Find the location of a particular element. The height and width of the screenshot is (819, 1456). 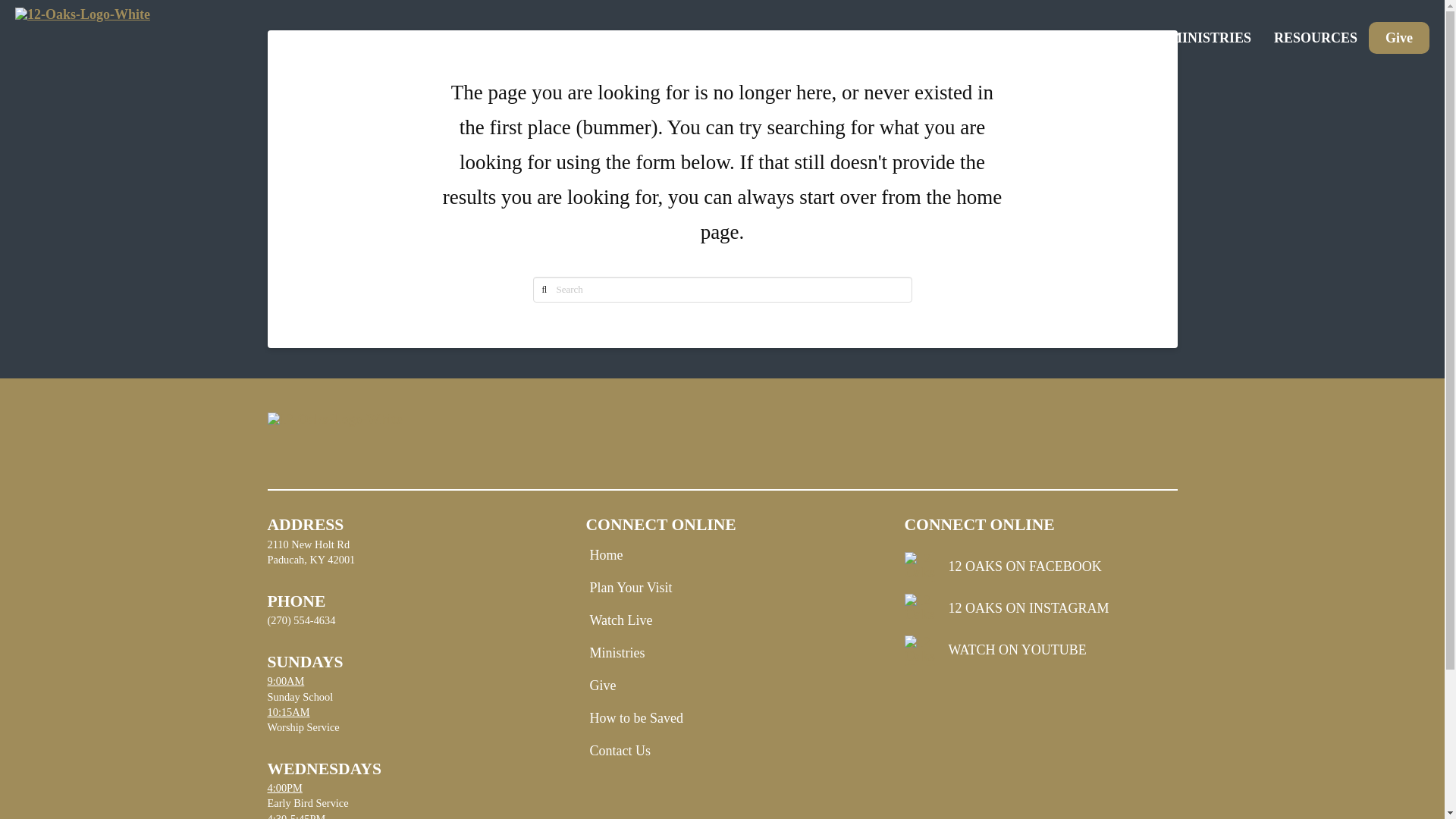

'Contact Us' is located at coordinates (623, 751).